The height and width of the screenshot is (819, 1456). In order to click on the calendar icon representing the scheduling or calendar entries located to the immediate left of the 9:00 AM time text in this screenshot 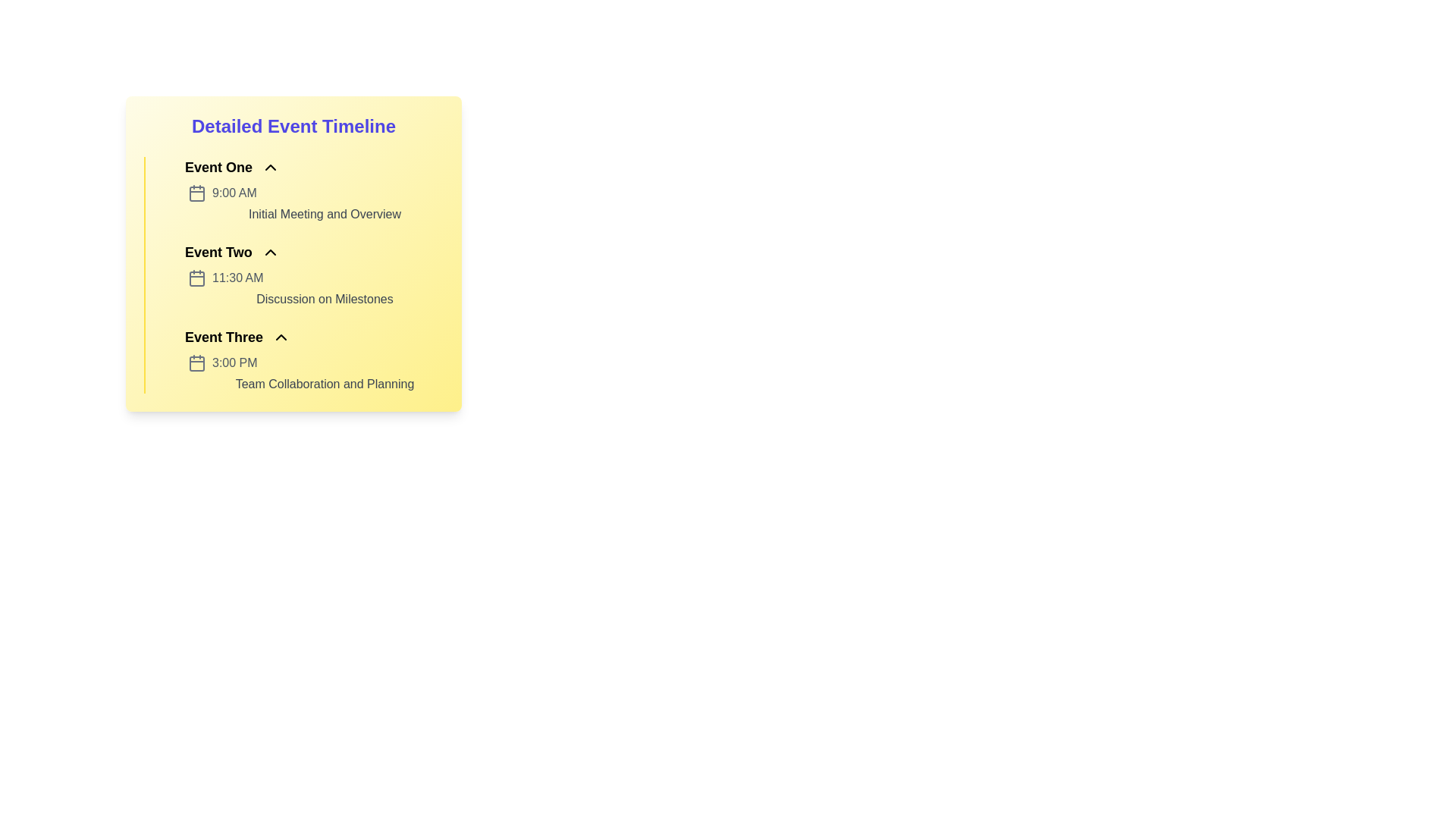, I will do `click(196, 192)`.